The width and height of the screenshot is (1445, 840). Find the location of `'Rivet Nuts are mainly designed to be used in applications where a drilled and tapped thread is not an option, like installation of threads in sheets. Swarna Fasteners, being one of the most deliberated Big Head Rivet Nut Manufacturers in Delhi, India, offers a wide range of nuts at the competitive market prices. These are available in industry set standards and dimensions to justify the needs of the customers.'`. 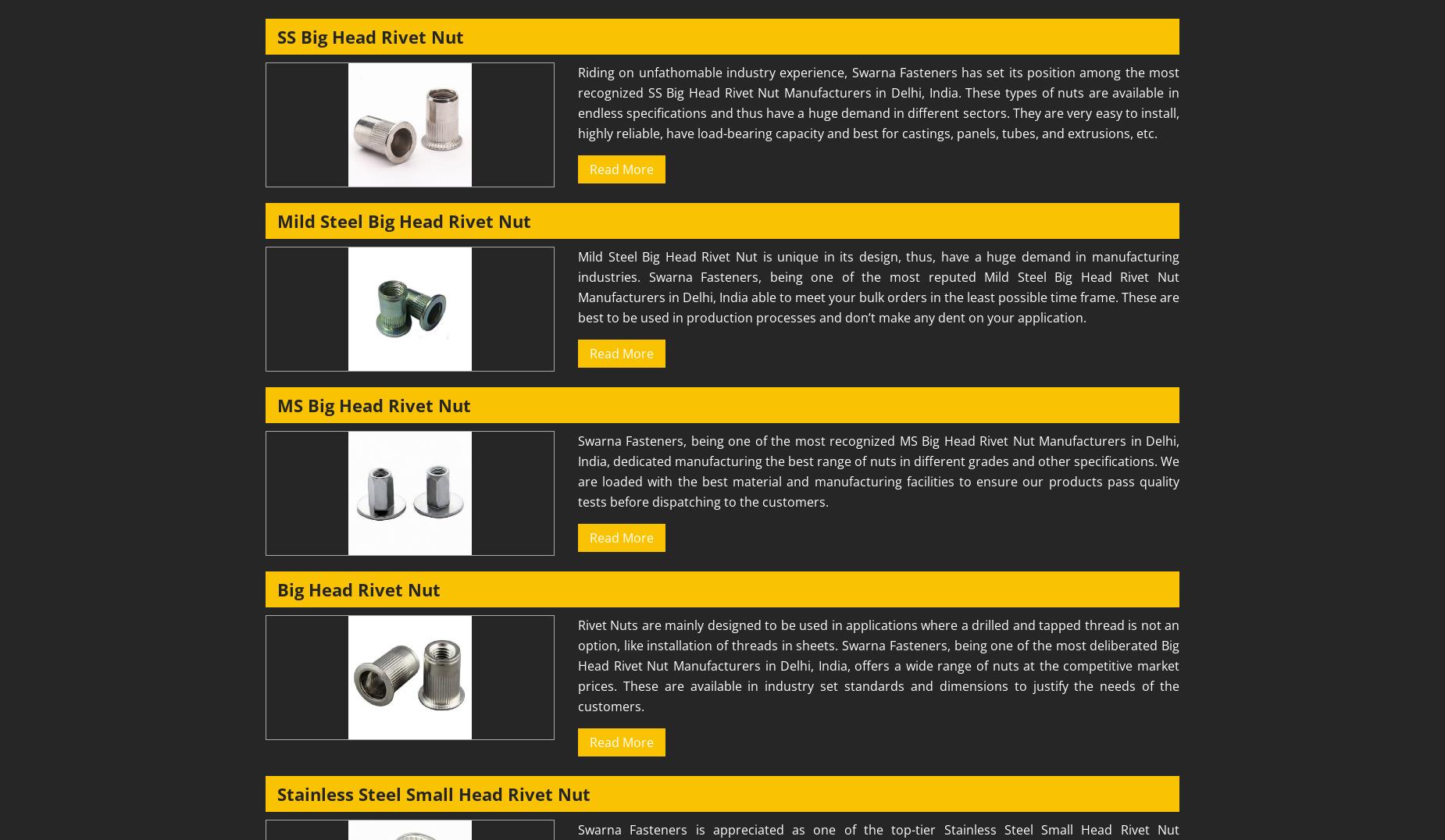

'Rivet Nuts are mainly designed to be used in applications where a drilled and tapped thread is not an option, like installation of threads in sheets. Swarna Fasteners, being one of the most deliberated Big Head Rivet Nut Manufacturers in Delhi, India, offers a wide range of nuts at the competitive market prices. These are available in industry set standards and dimensions to justify the needs of the customers.' is located at coordinates (578, 666).